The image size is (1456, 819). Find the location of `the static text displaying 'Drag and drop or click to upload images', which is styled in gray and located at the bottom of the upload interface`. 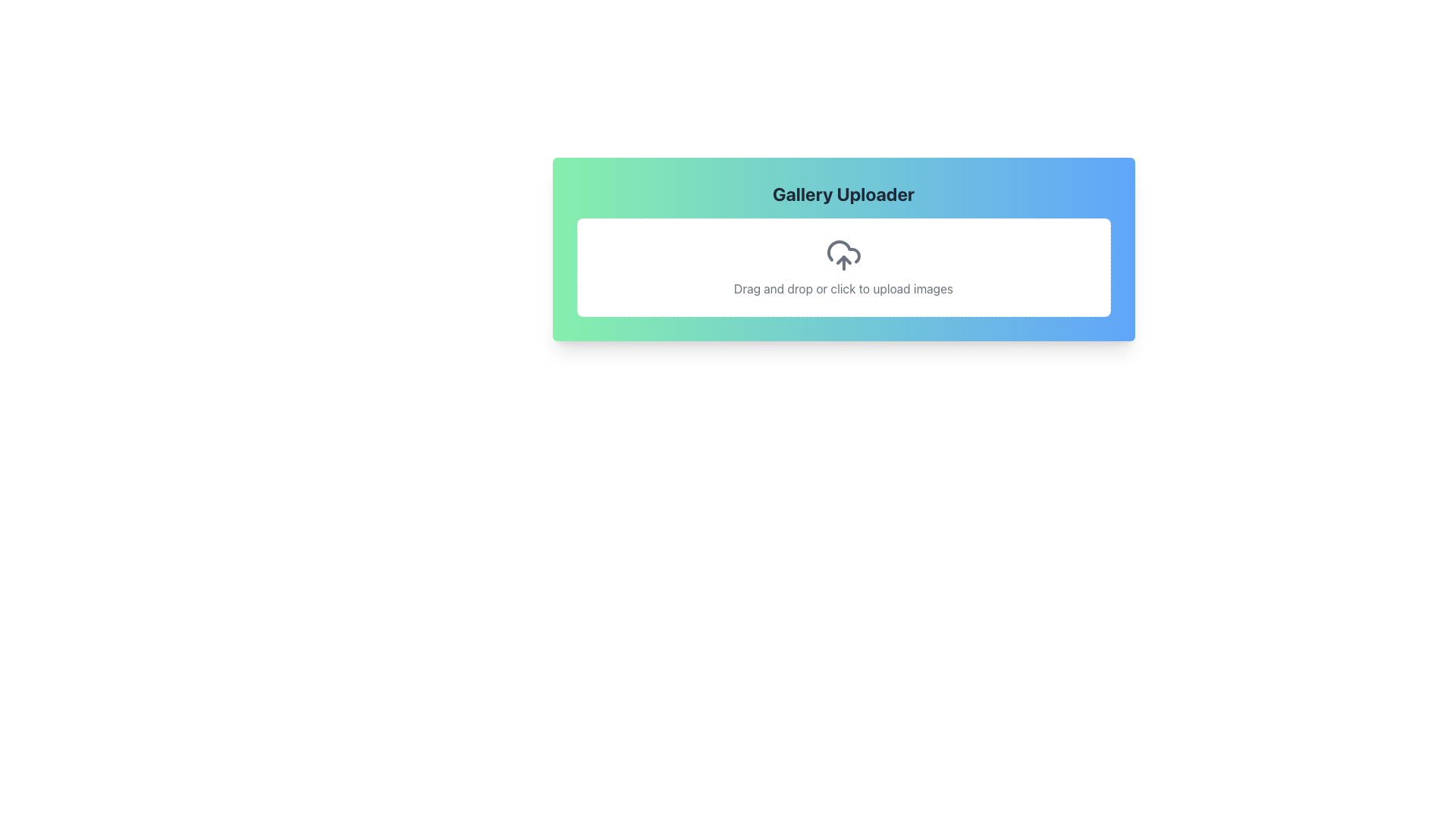

the static text displaying 'Drag and drop or click to upload images', which is styled in gray and located at the bottom of the upload interface is located at coordinates (843, 289).